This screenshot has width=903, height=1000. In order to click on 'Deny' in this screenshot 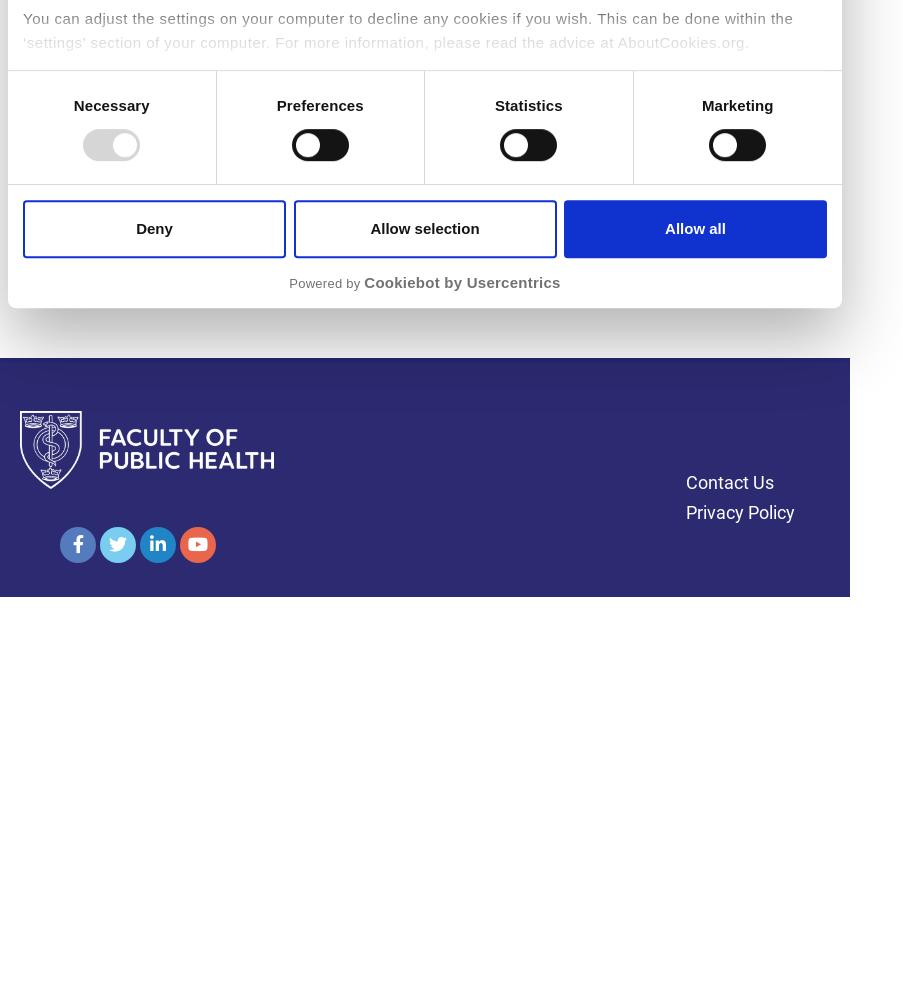, I will do `click(152, 226)`.